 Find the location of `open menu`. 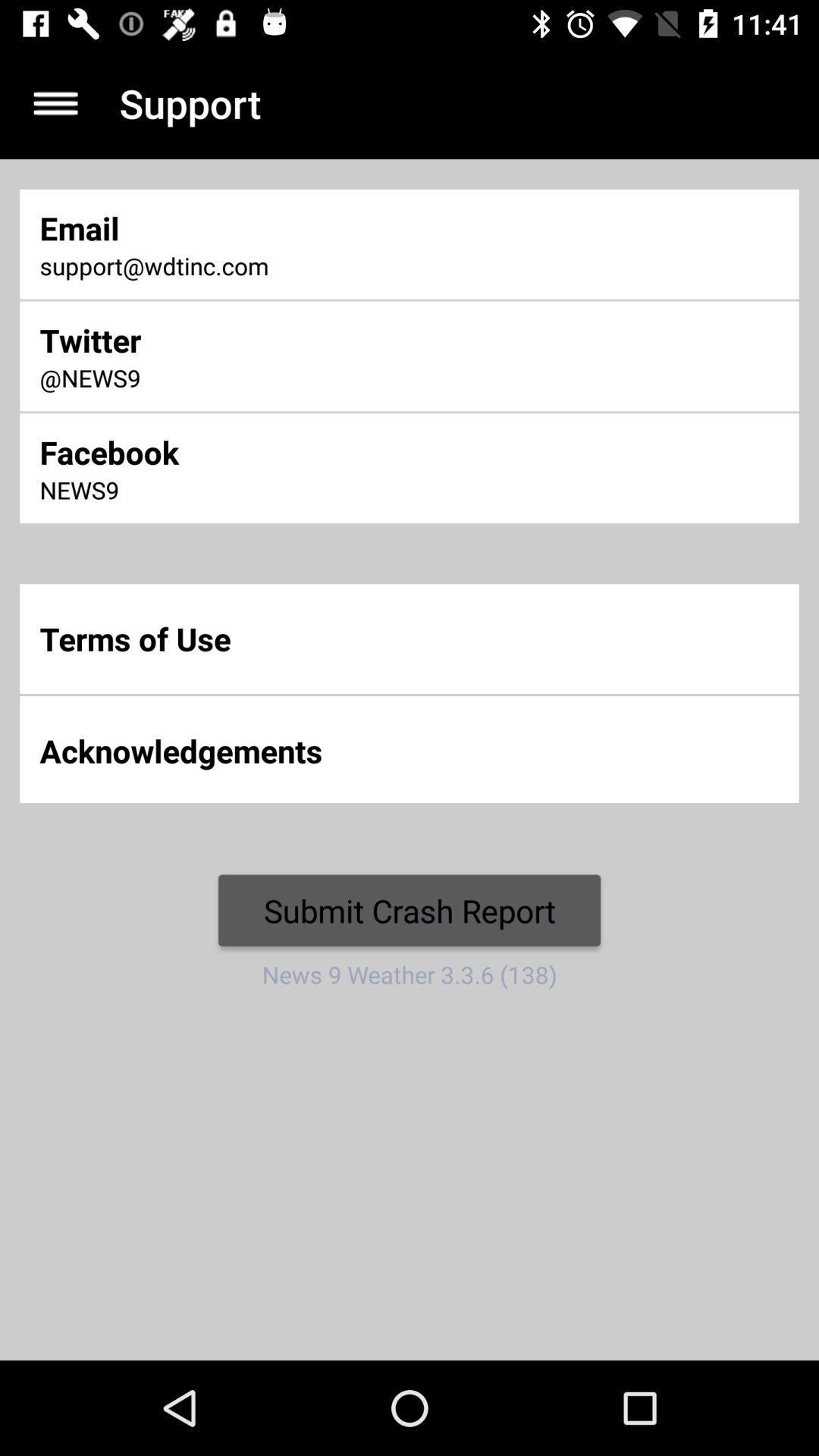

open menu is located at coordinates (55, 102).